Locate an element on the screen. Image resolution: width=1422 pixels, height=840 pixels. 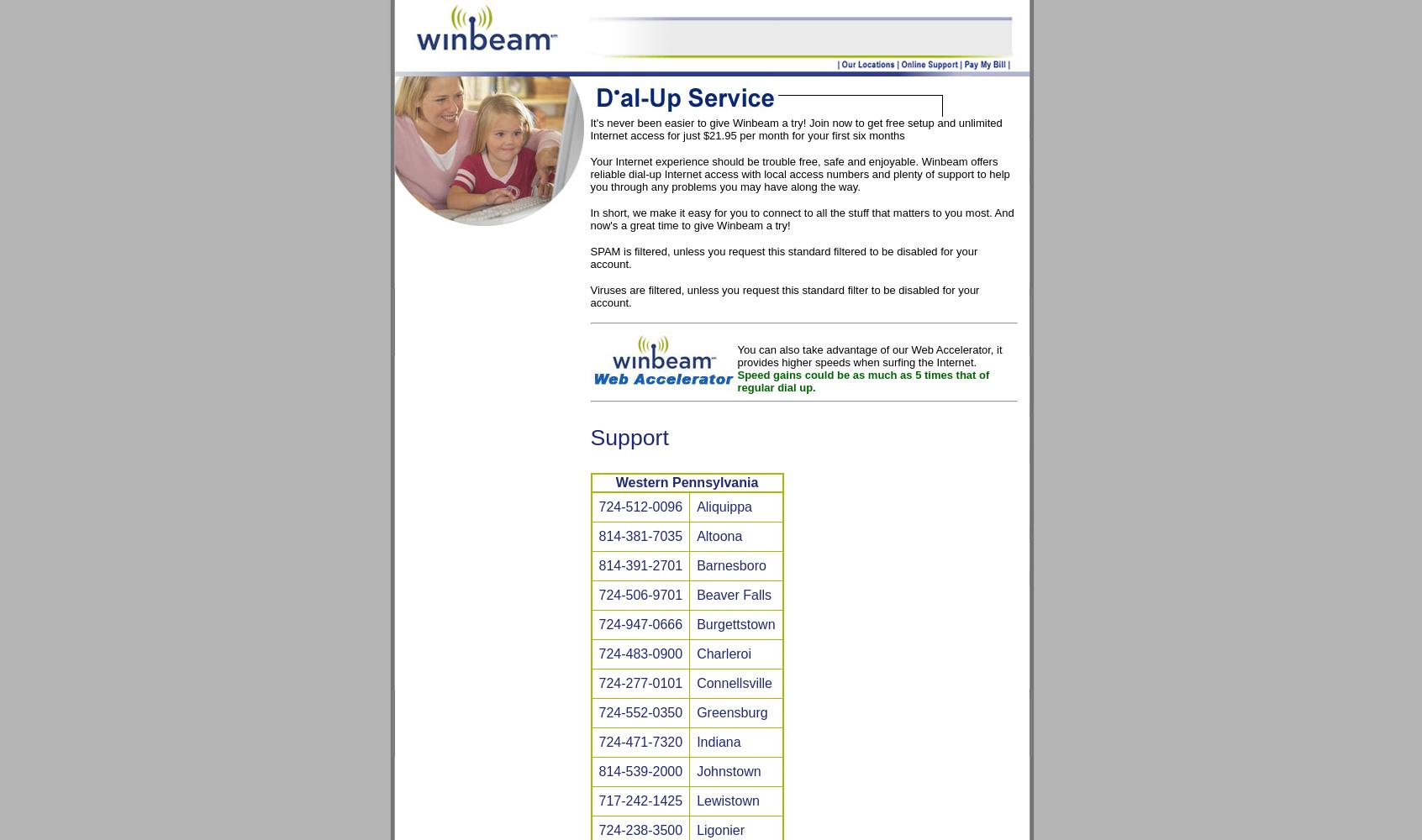
'Connellsville' is located at coordinates (733, 682).